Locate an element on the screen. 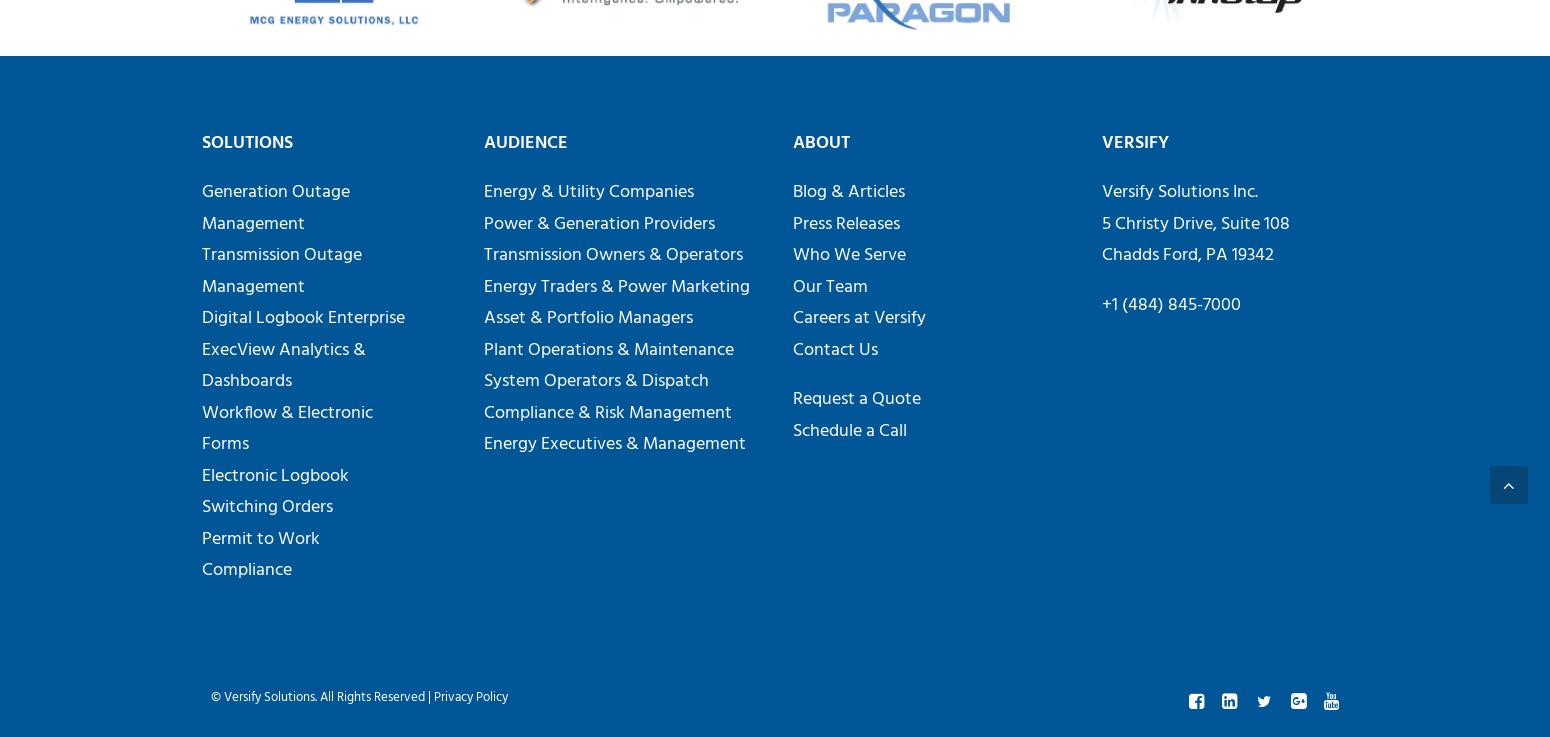  'Contact Us' is located at coordinates (791, 348).